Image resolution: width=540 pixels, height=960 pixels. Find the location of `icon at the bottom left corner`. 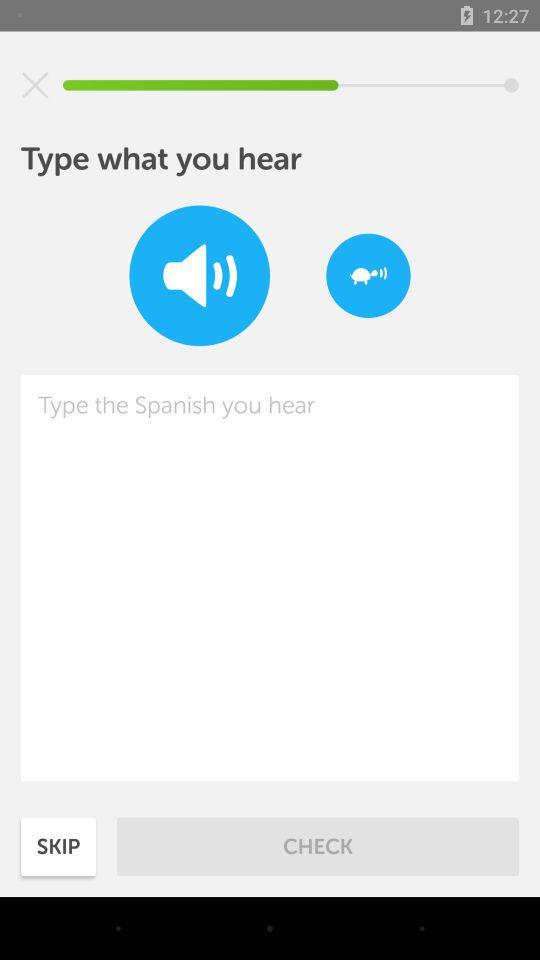

icon at the bottom left corner is located at coordinates (58, 845).